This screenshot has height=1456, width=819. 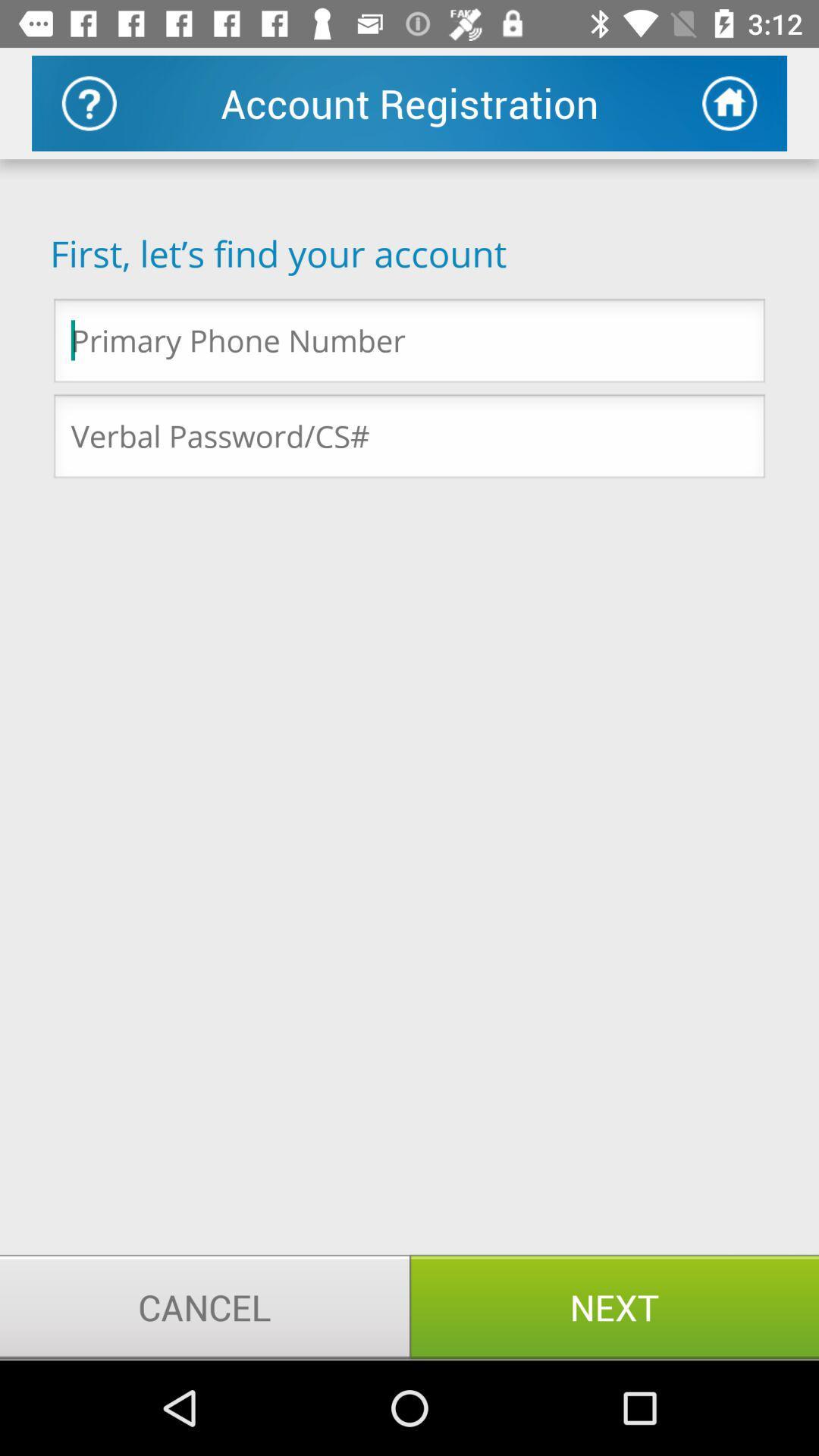 What do you see at coordinates (205, 1306) in the screenshot?
I see `the icon next to the next icon` at bounding box center [205, 1306].